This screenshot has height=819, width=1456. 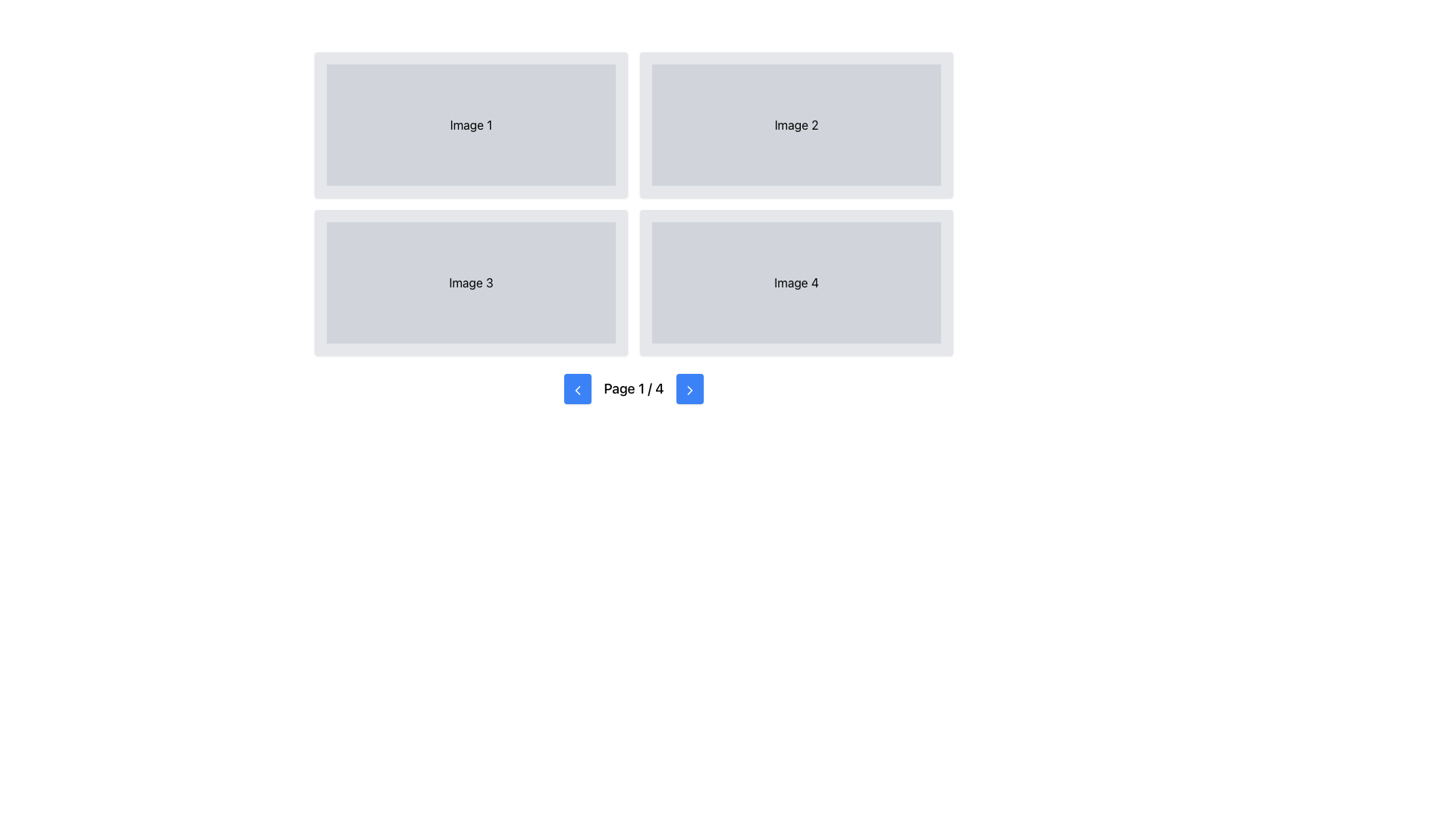 I want to click on the button-like card representing 'Image 1' located in the top-left corner of the grid layout, so click(x=470, y=124).